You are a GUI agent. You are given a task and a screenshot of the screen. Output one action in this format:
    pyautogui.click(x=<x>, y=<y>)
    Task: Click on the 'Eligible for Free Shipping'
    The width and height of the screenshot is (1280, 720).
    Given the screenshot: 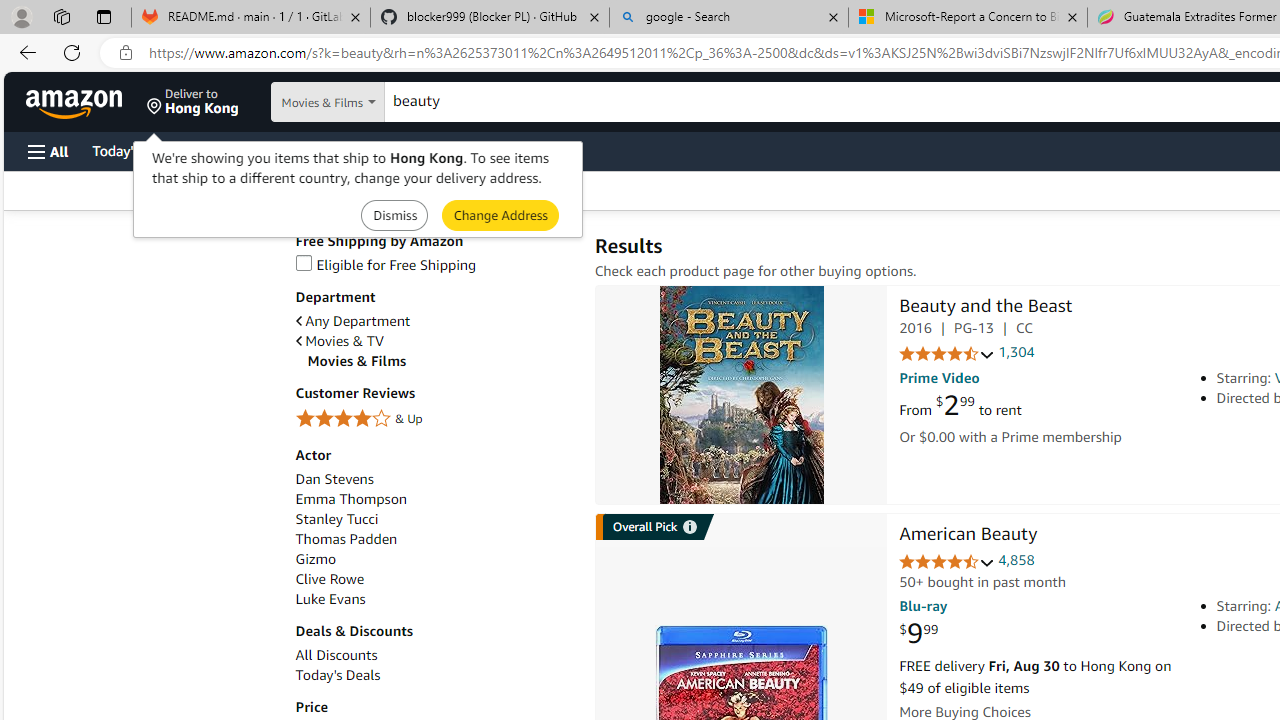 What is the action you would take?
    pyautogui.click(x=433, y=264)
    